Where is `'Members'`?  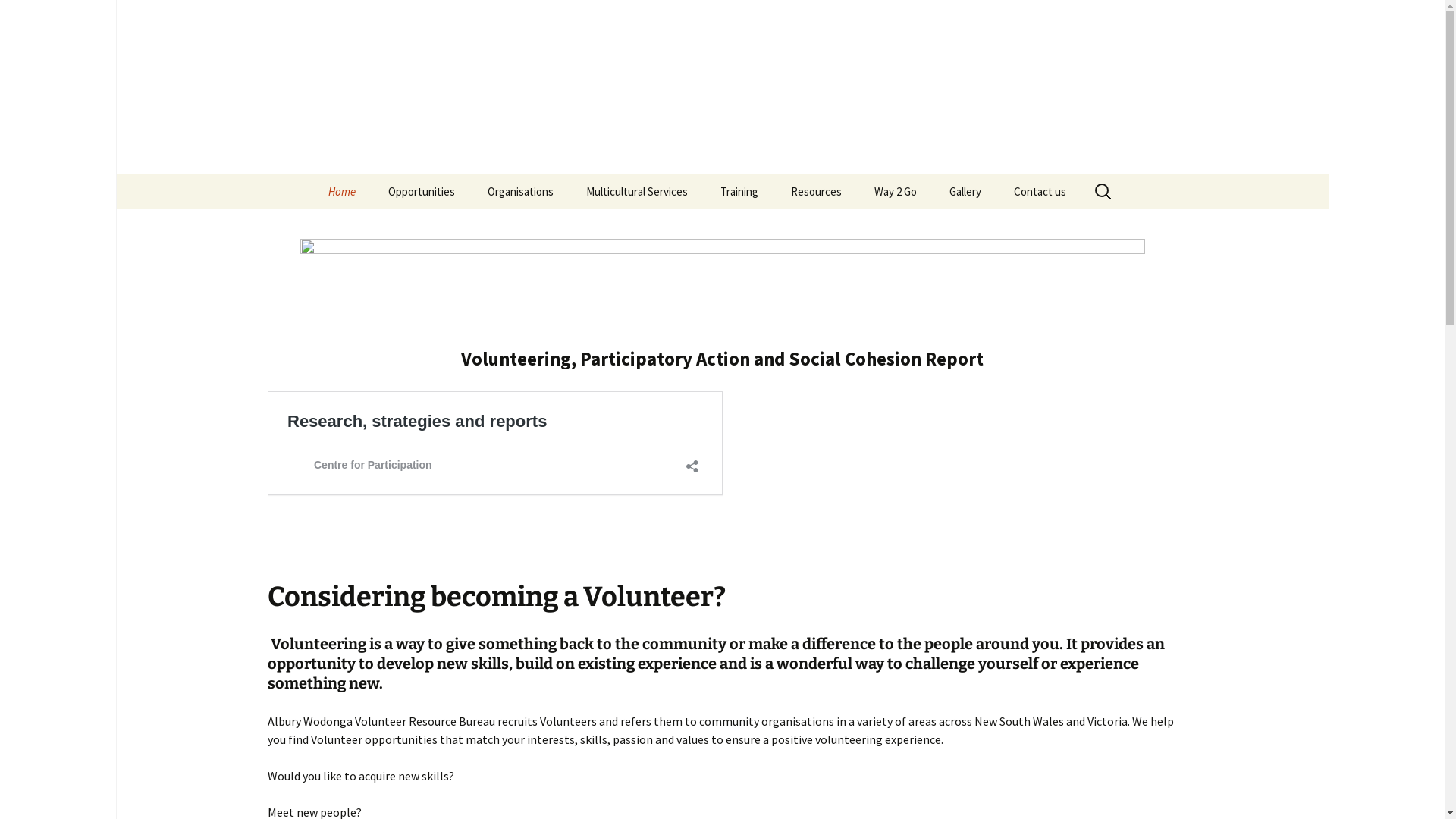 'Members' is located at coordinates (471, 225).